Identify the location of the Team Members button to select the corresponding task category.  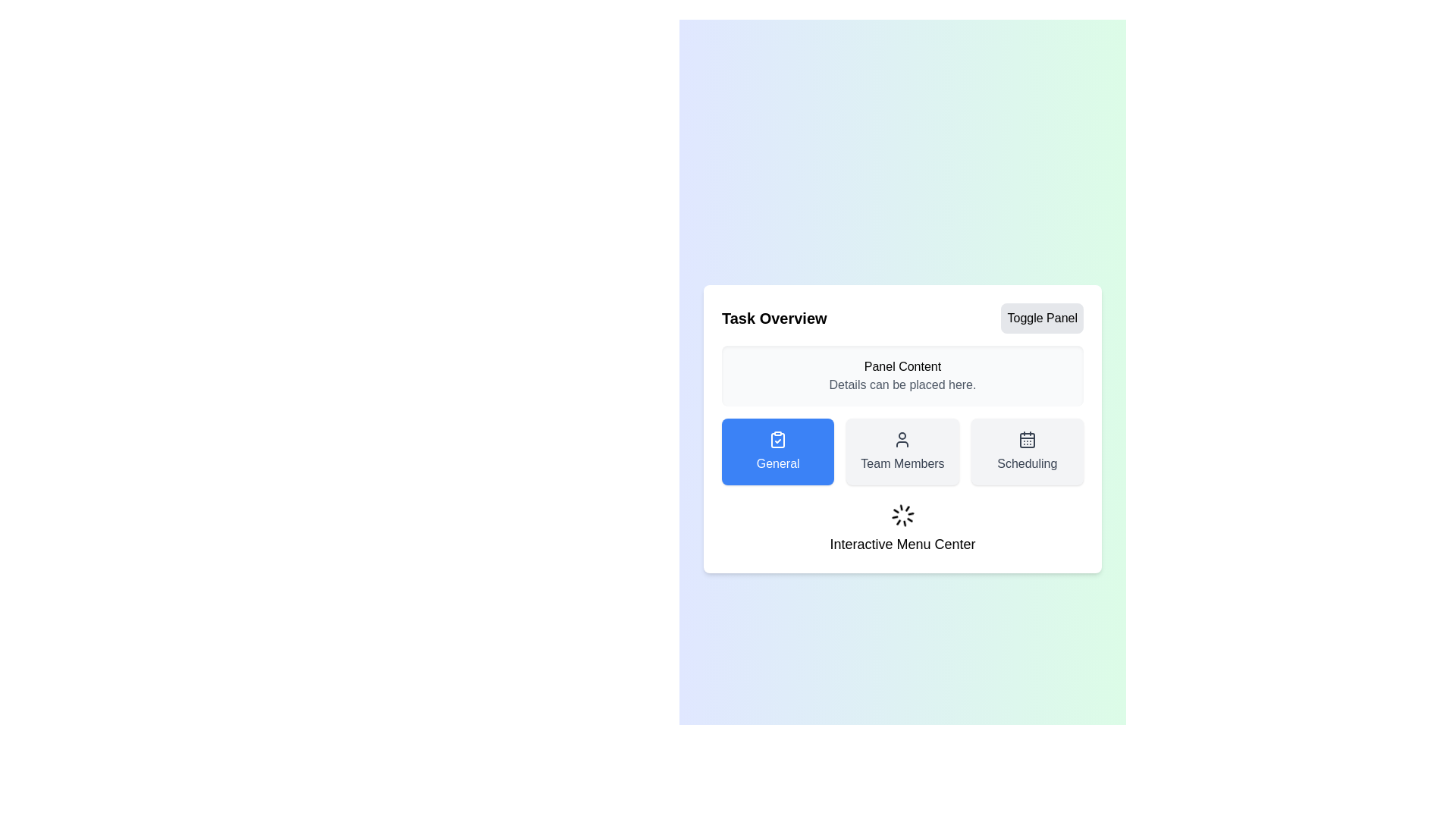
(902, 451).